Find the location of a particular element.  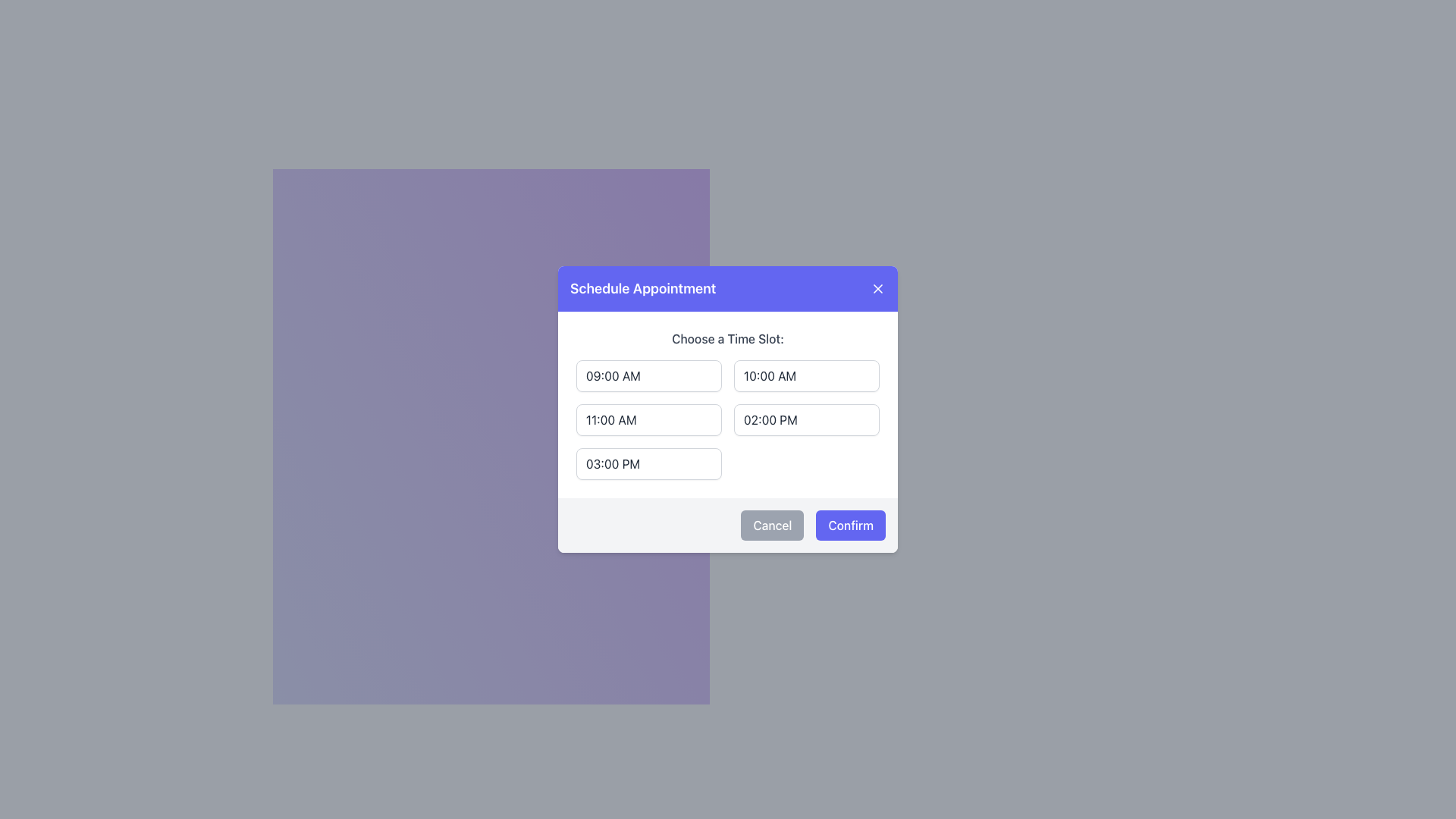

the confirm button located to the right of the cancel button in the modal dialog, which triggers the confirmation process for scheduling an appointment is located at coordinates (851, 525).